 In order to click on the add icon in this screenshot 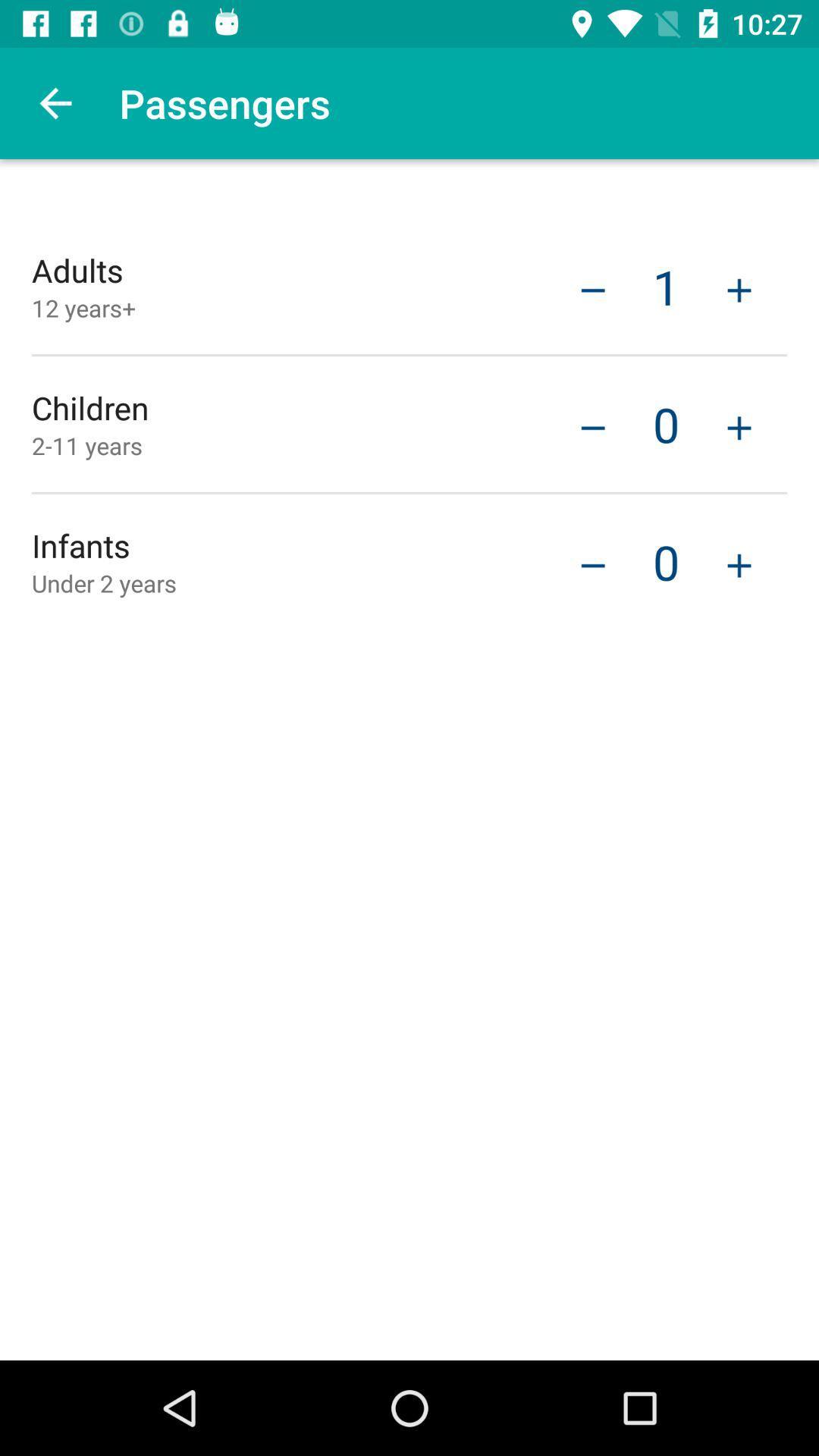, I will do `click(739, 288)`.